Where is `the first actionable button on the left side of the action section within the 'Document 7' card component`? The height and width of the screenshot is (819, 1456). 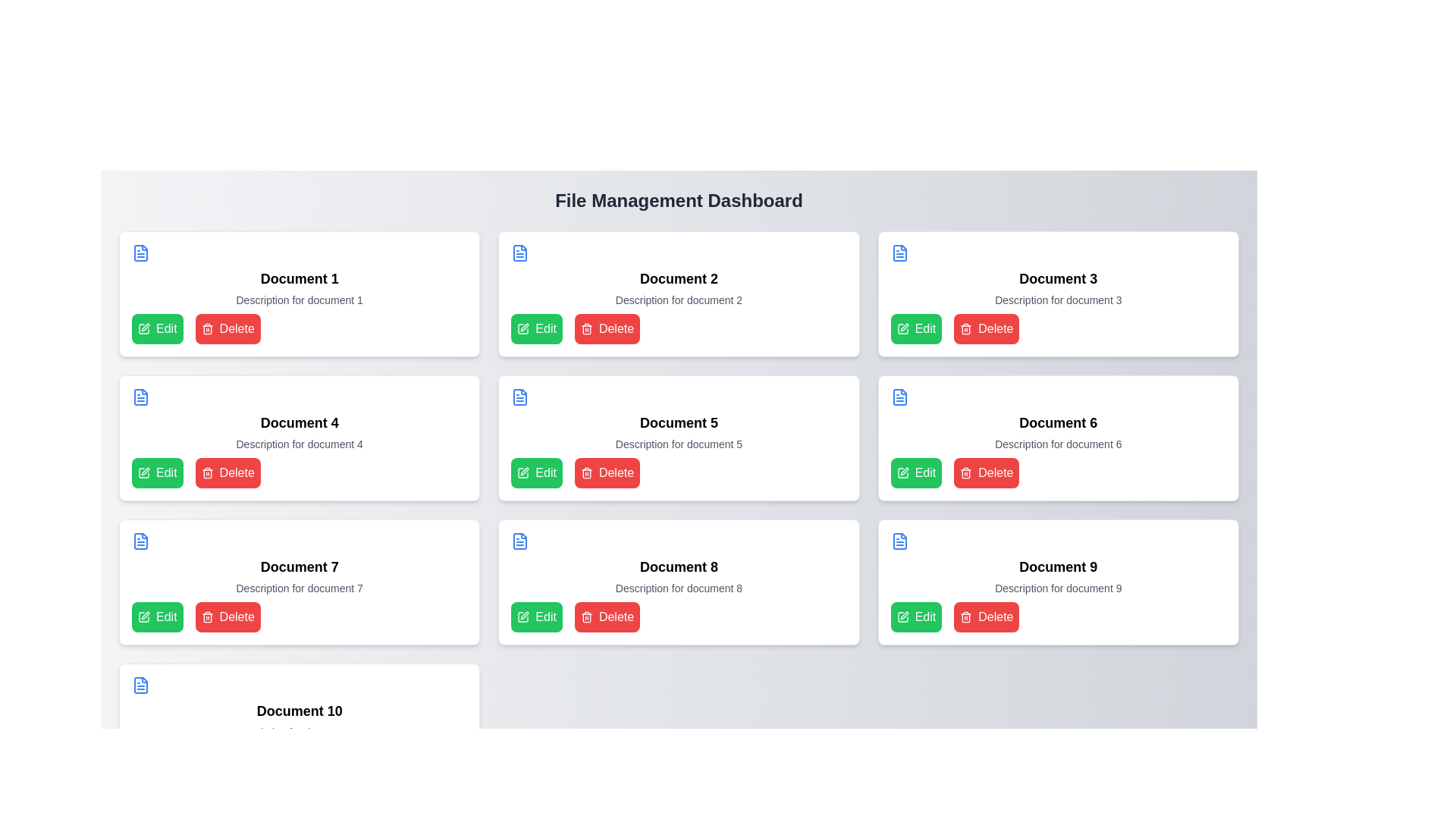 the first actionable button on the left side of the action section within the 'Document 7' card component is located at coordinates (157, 617).